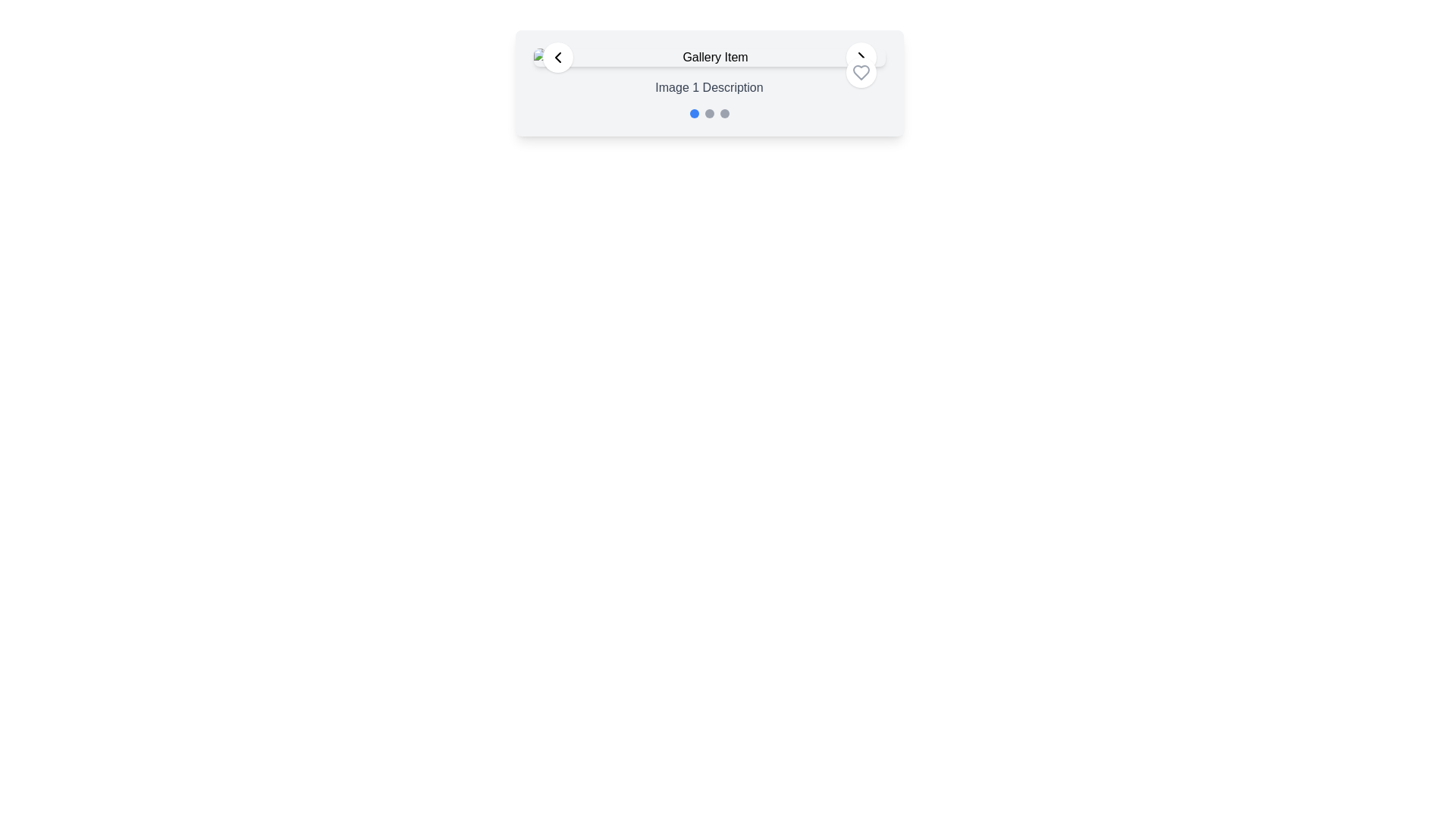 Image resolution: width=1456 pixels, height=819 pixels. What do you see at coordinates (693, 113) in the screenshot?
I see `the first pagination indicator, which is a blue circular element located below the 'Image 1 Description' text` at bounding box center [693, 113].